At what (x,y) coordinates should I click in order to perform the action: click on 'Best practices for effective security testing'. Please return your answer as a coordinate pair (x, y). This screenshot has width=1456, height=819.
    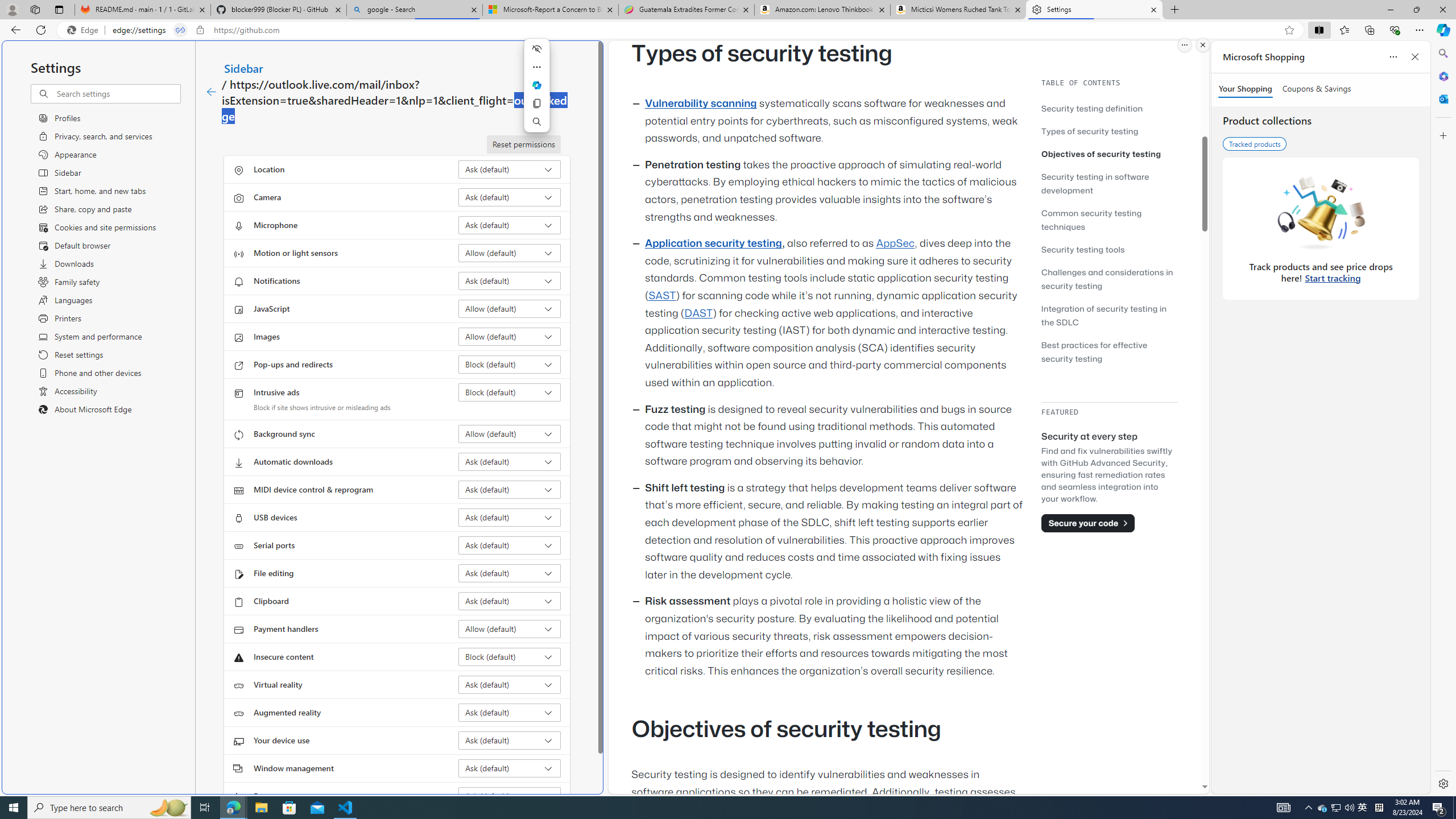
    Looking at the image, I should click on (1094, 351).